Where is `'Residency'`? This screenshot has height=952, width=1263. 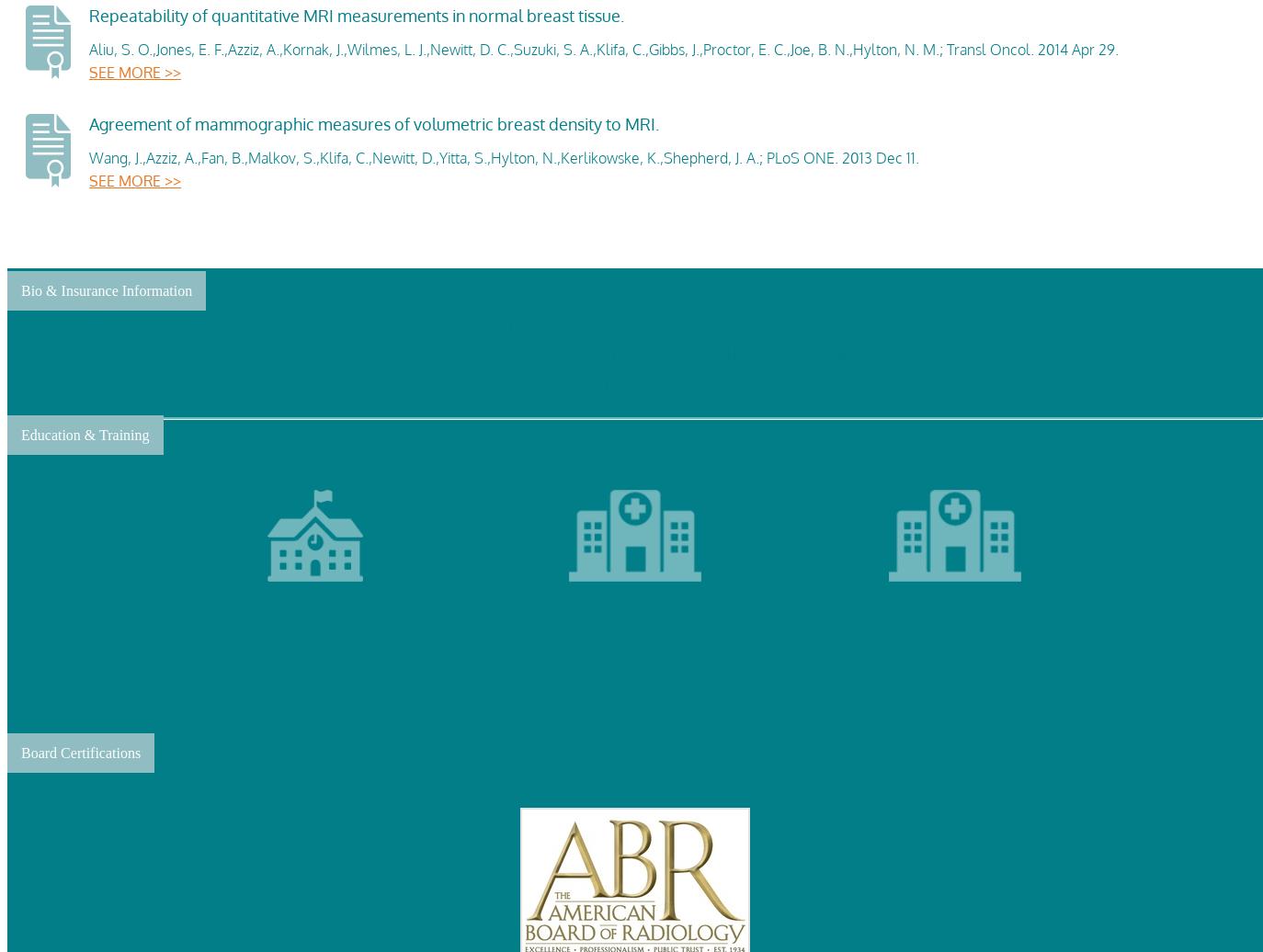 'Residency' is located at coordinates (921, 663).